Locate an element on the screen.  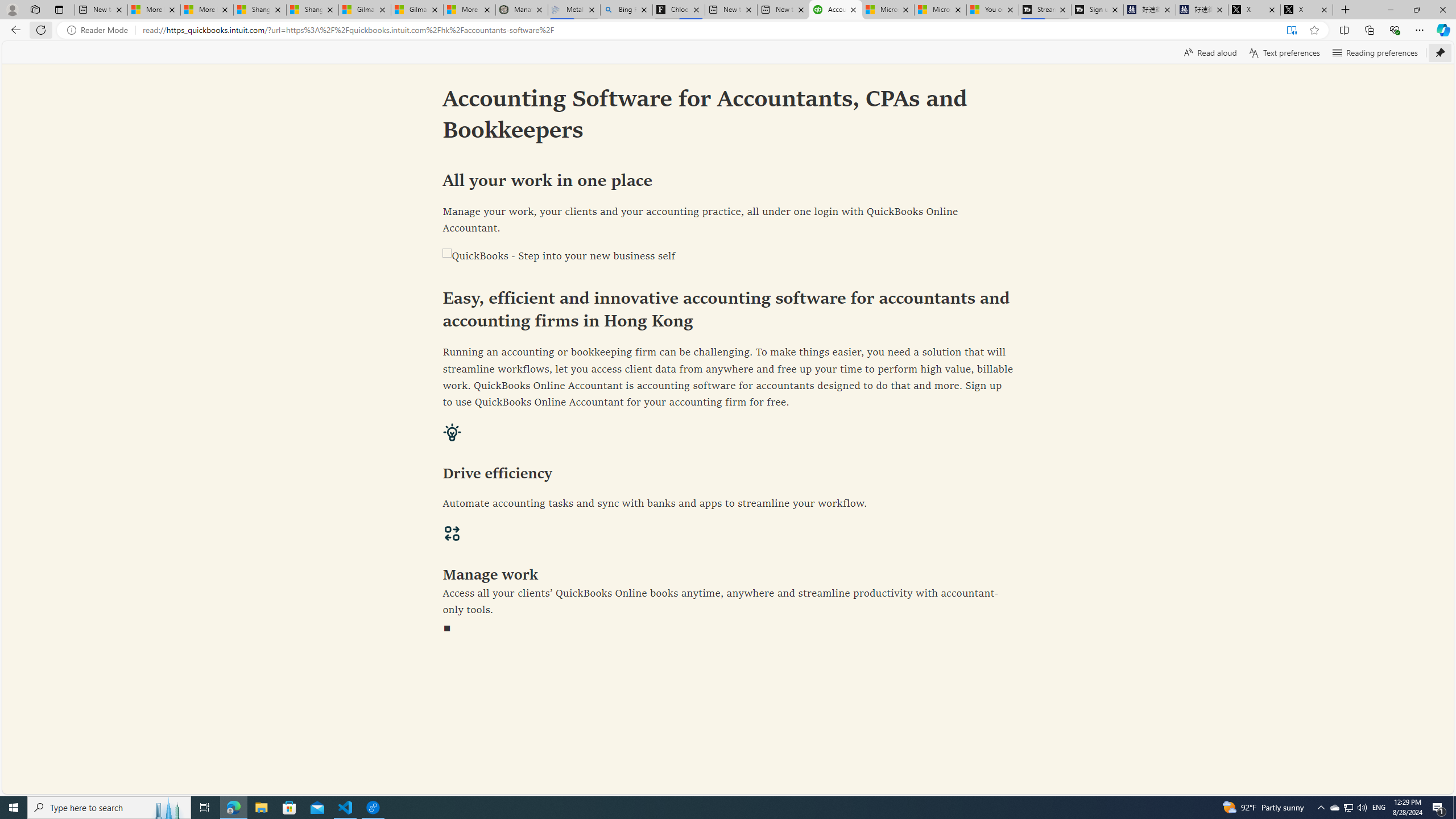
'Streaming Coverage | T3' is located at coordinates (1044, 9).